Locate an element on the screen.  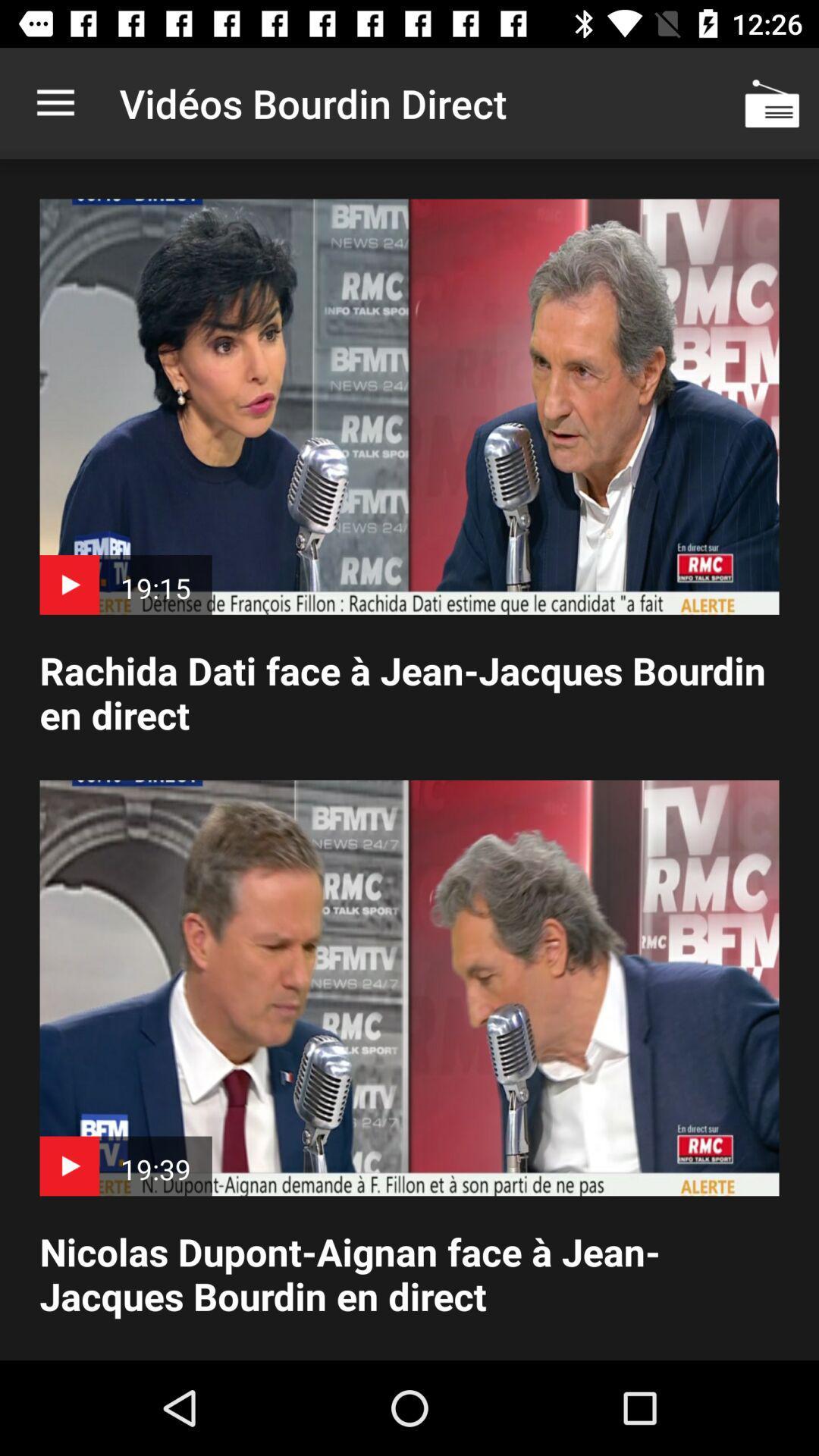
the item at the top left corner is located at coordinates (55, 102).